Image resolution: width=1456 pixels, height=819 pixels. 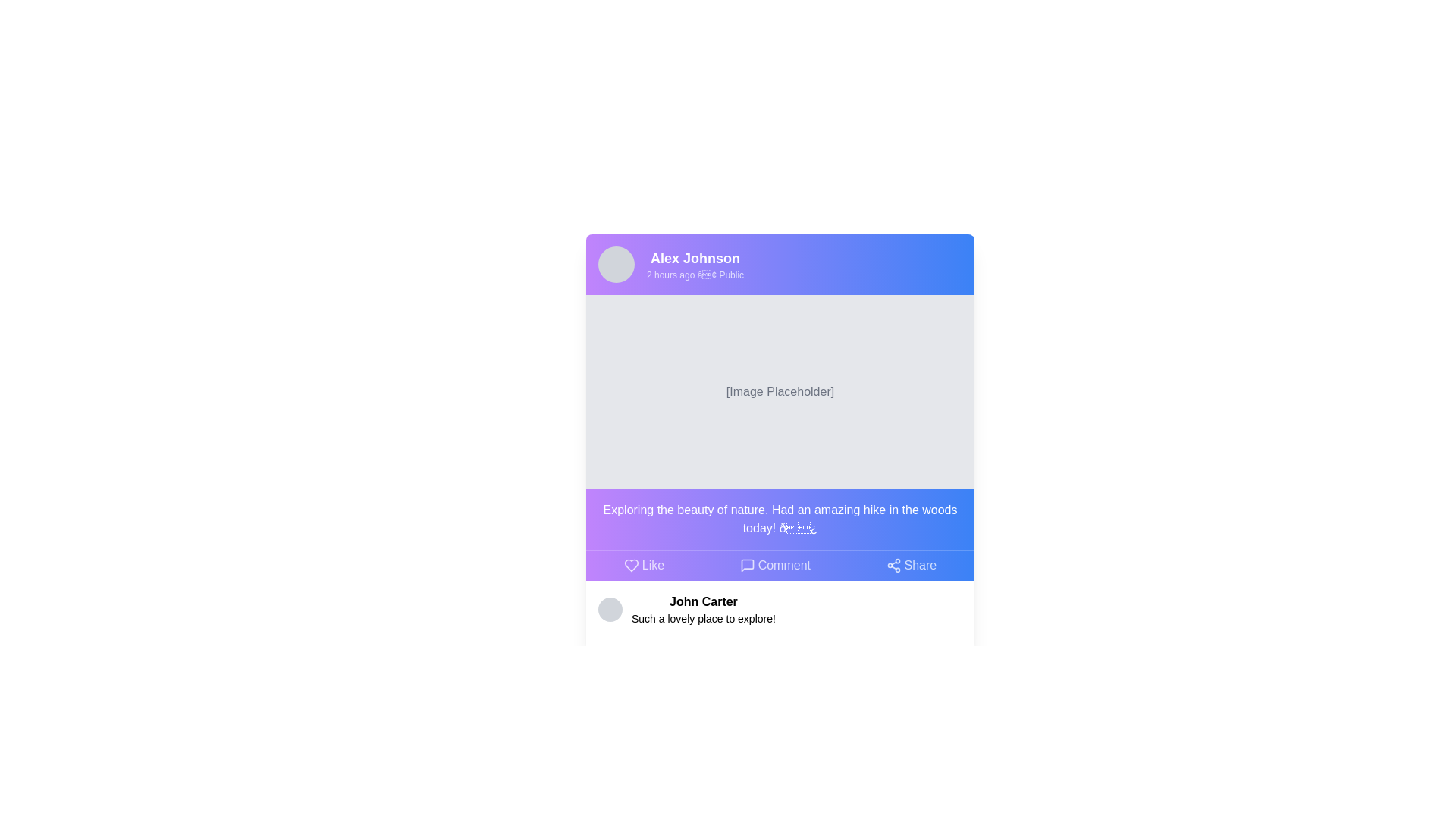 What do you see at coordinates (610, 608) in the screenshot?
I see `the Avatar Placeholder, which is a circular element with a light gray background located` at bounding box center [610, 608].